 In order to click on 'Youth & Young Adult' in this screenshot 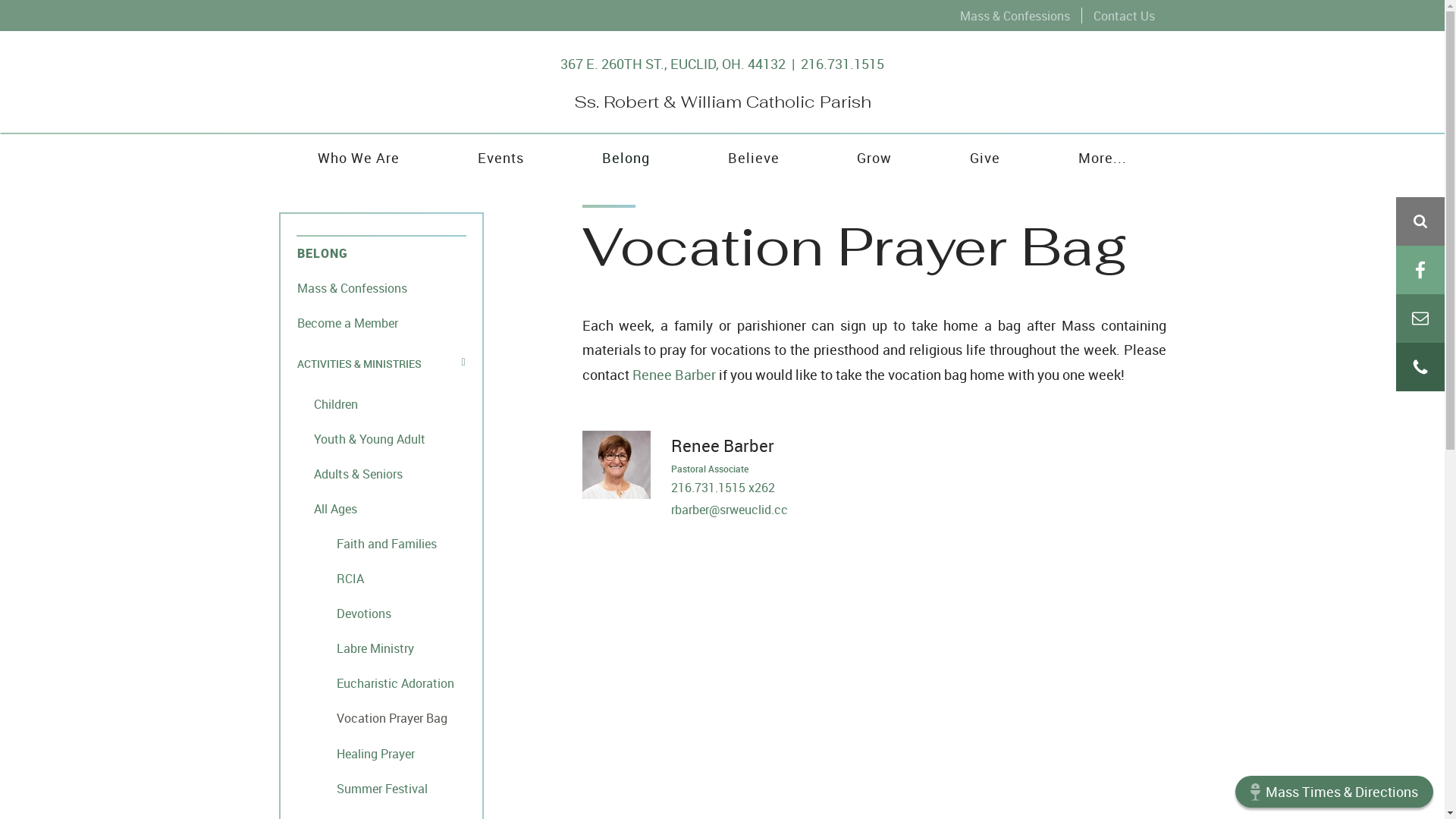, I will do `click(381, 438)`.